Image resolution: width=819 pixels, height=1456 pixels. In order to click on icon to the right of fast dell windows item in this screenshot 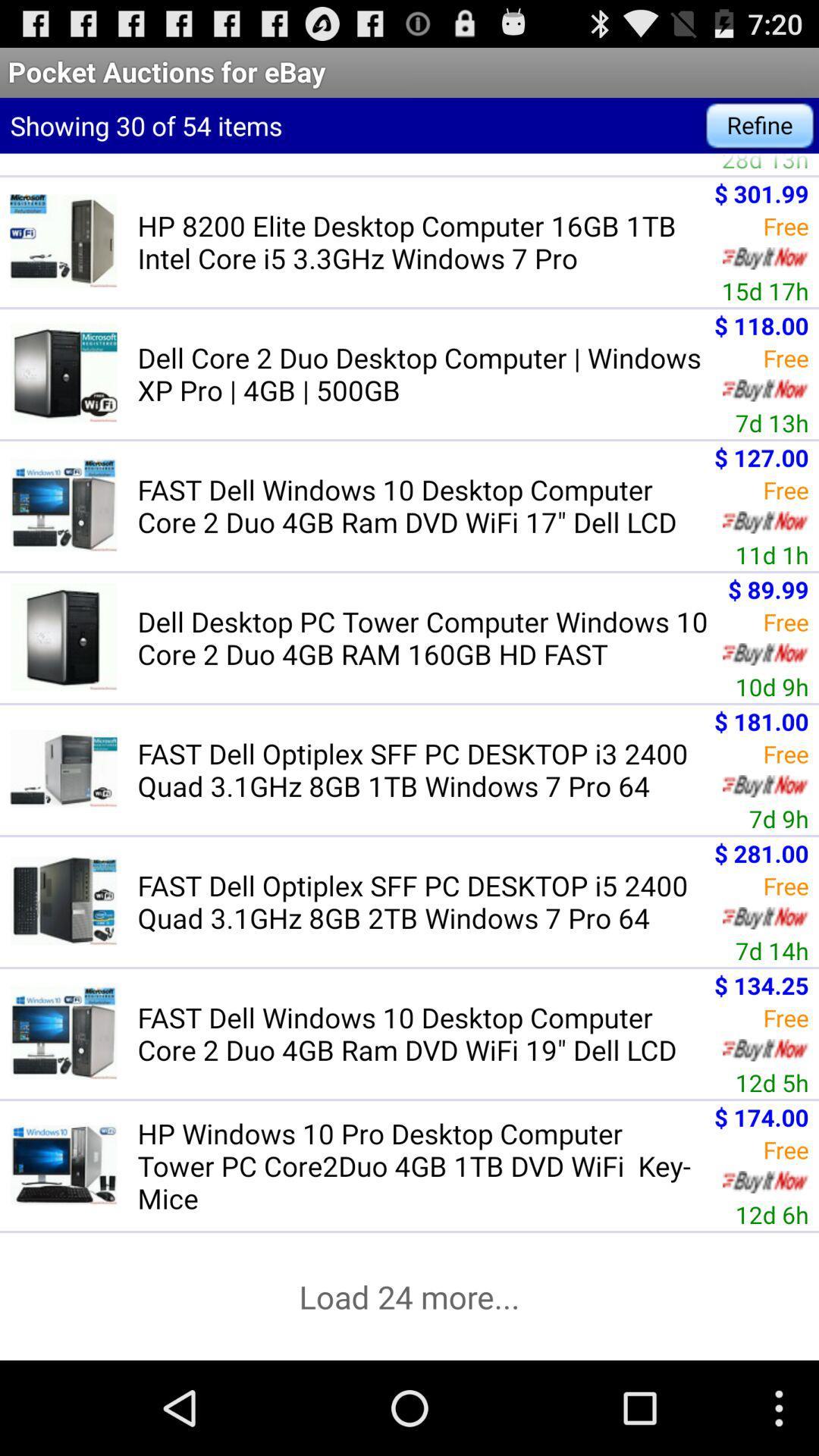, I will do `click(761, 985)`.